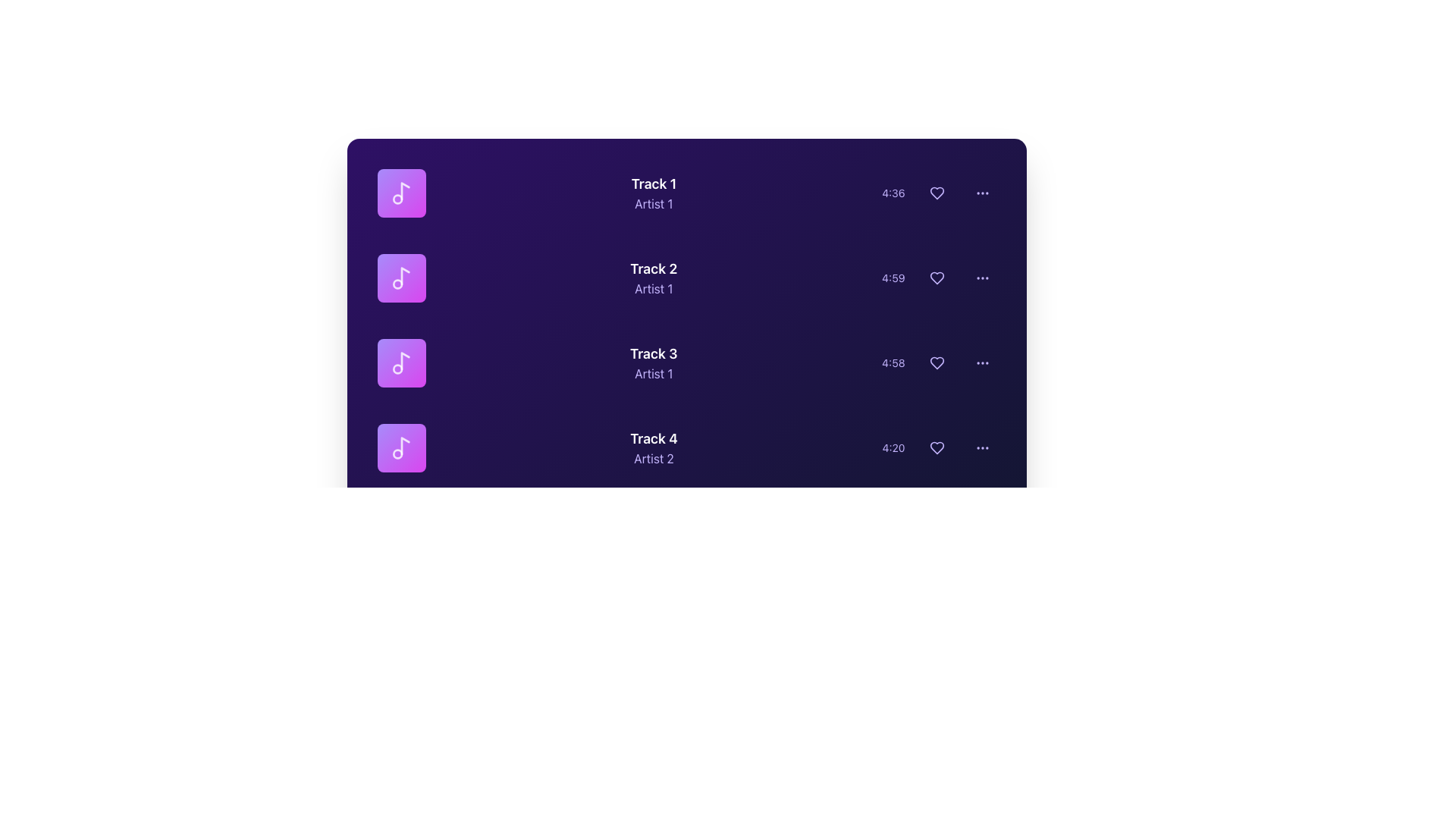 The image size is (1456, 819). What do you see at coordinates (401, 278) in the screenshot?
I see `the second music note icon on the left side of the panel, which has a circular base and a tilted rectangular stem, designed in a minimalistic style with a gradient color scheme from violet to fuchsia` at bounding box center [401, 278].